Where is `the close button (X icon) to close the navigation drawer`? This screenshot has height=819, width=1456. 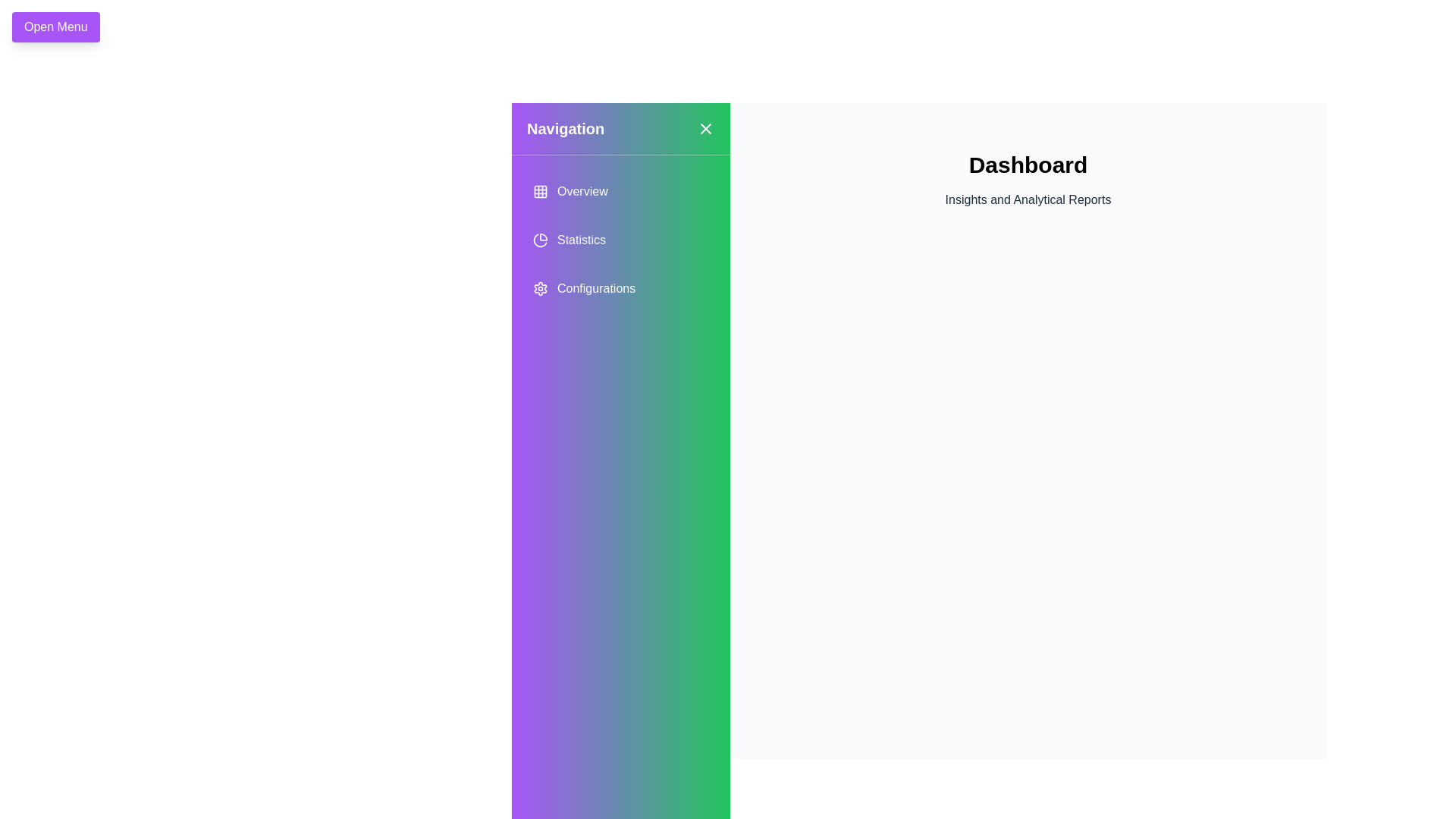
the close button (X icon) to close the navigation drawer is located at coordinates (705, 127).